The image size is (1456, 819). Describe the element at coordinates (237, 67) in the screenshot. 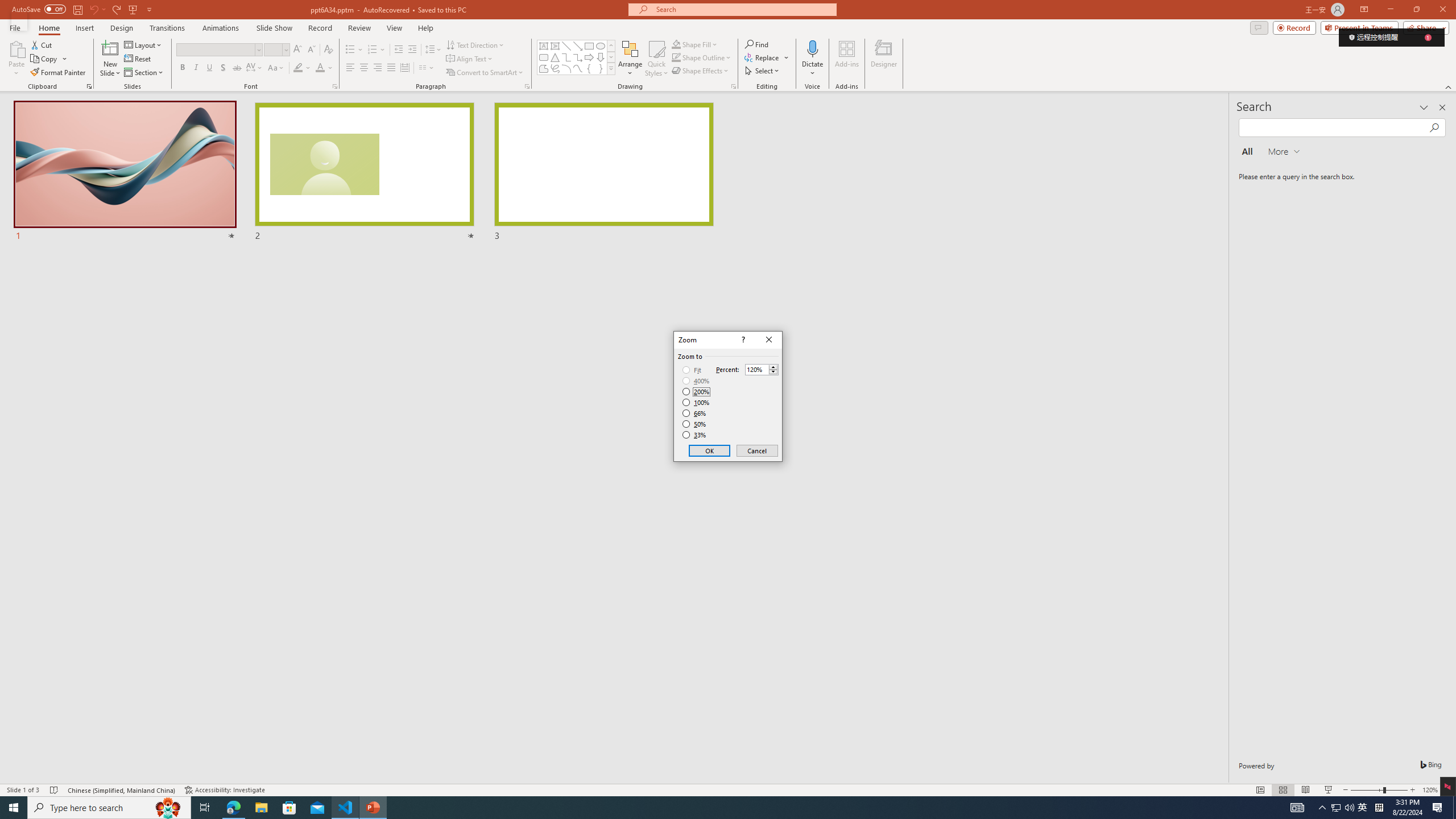

I see `'Strikethrough'` at that location.